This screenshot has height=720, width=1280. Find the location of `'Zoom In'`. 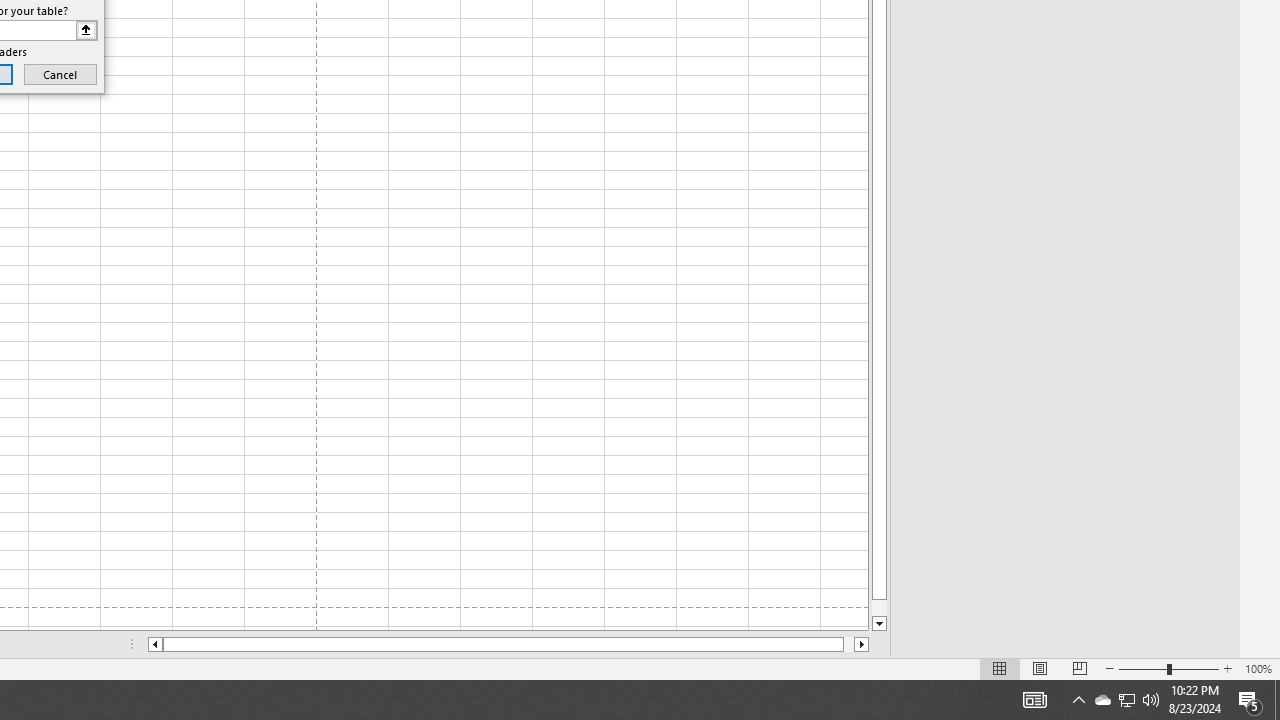

'Zoom In' is located at coordinates (1226, 669).